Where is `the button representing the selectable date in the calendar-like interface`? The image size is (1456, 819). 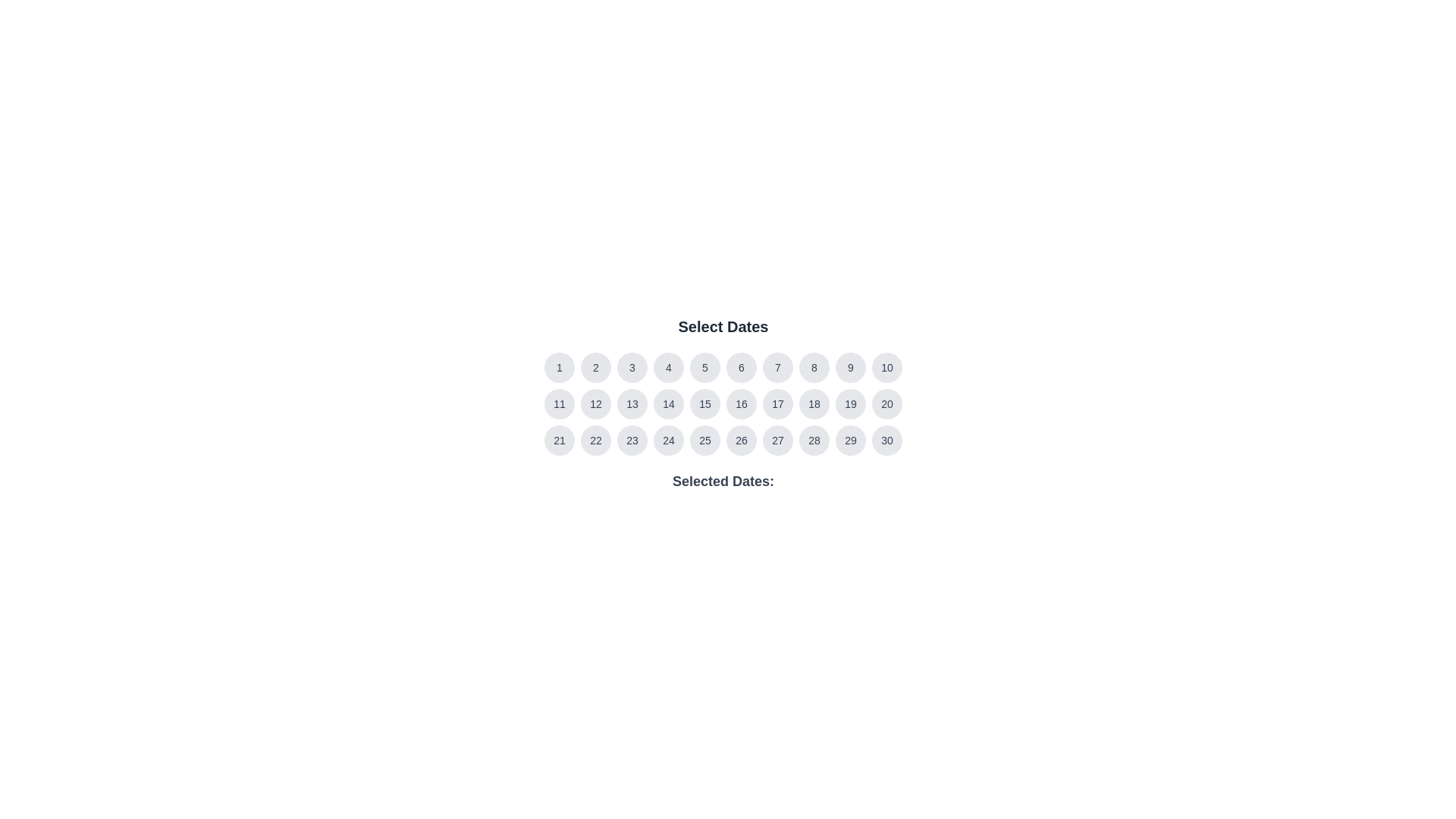
the button representing the selectable date in the calendar-like interface is located at coordinates (559, 403).